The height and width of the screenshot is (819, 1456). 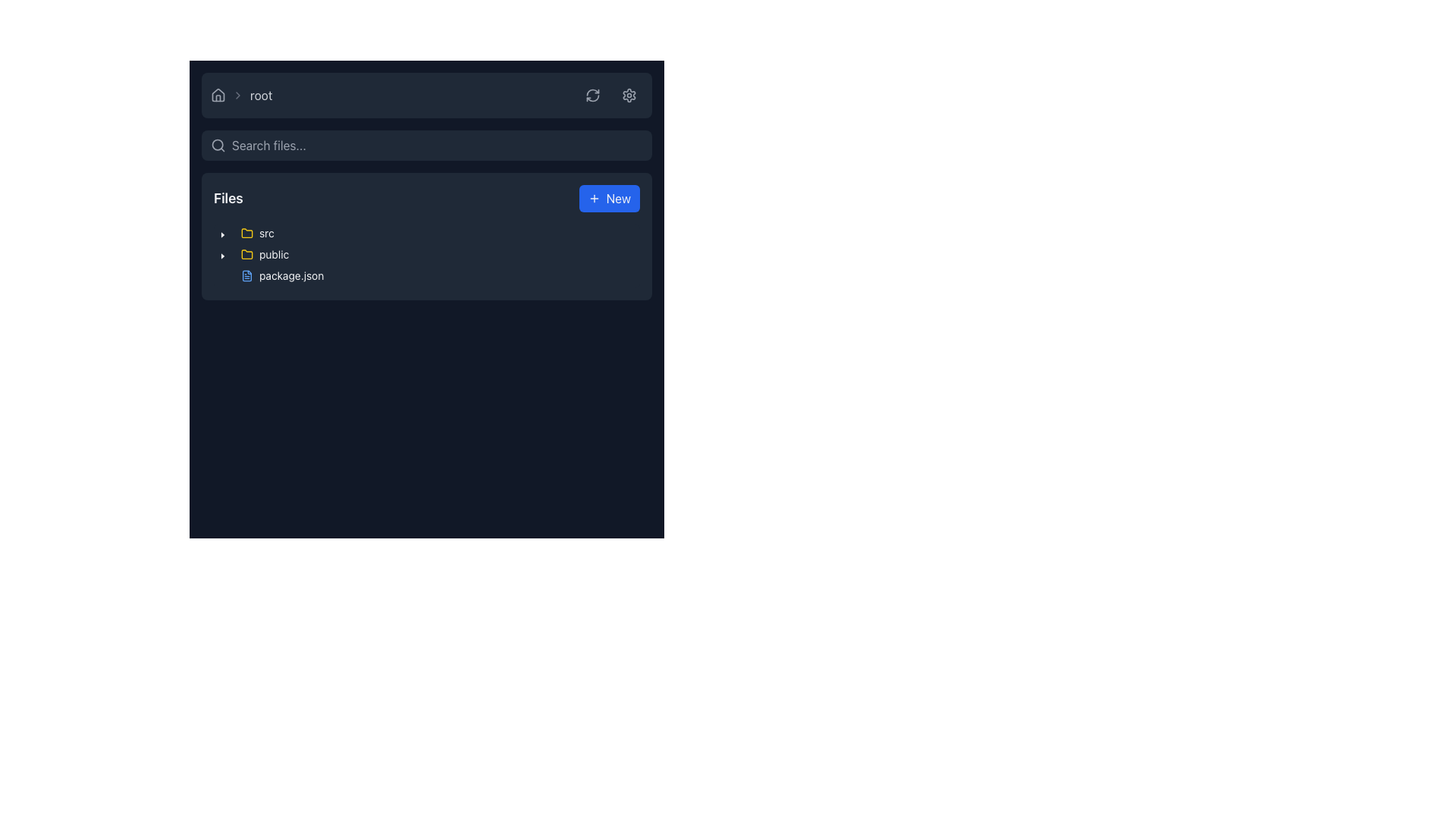 I want to click on the 'home' icon located at the top-left corner of the horizontal toolbar, so click(x=218, y=96).